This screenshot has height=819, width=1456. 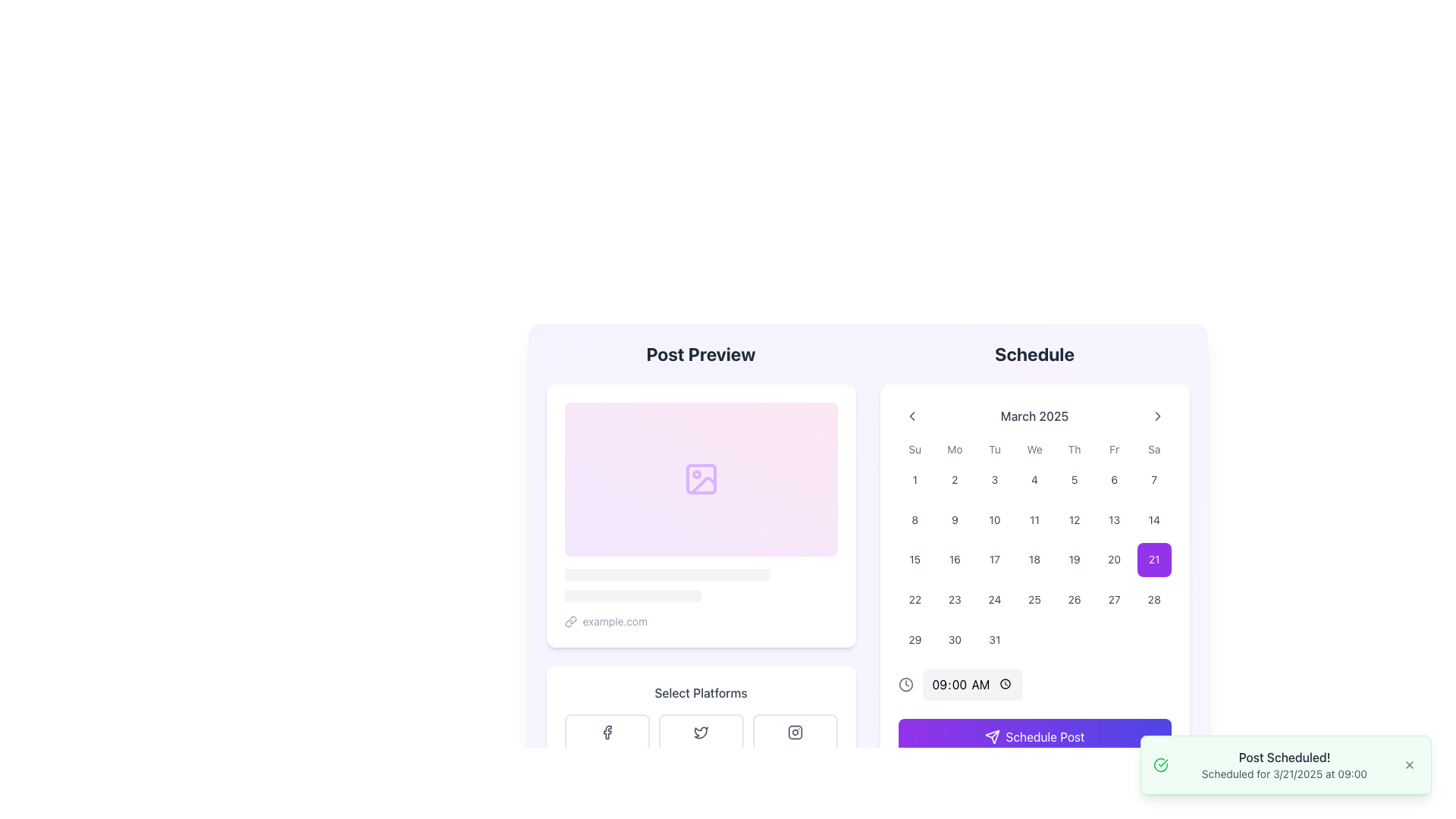 I want to click on the button representing the date '20' in the calendar for March 2025, so click(x=1114, y=560).